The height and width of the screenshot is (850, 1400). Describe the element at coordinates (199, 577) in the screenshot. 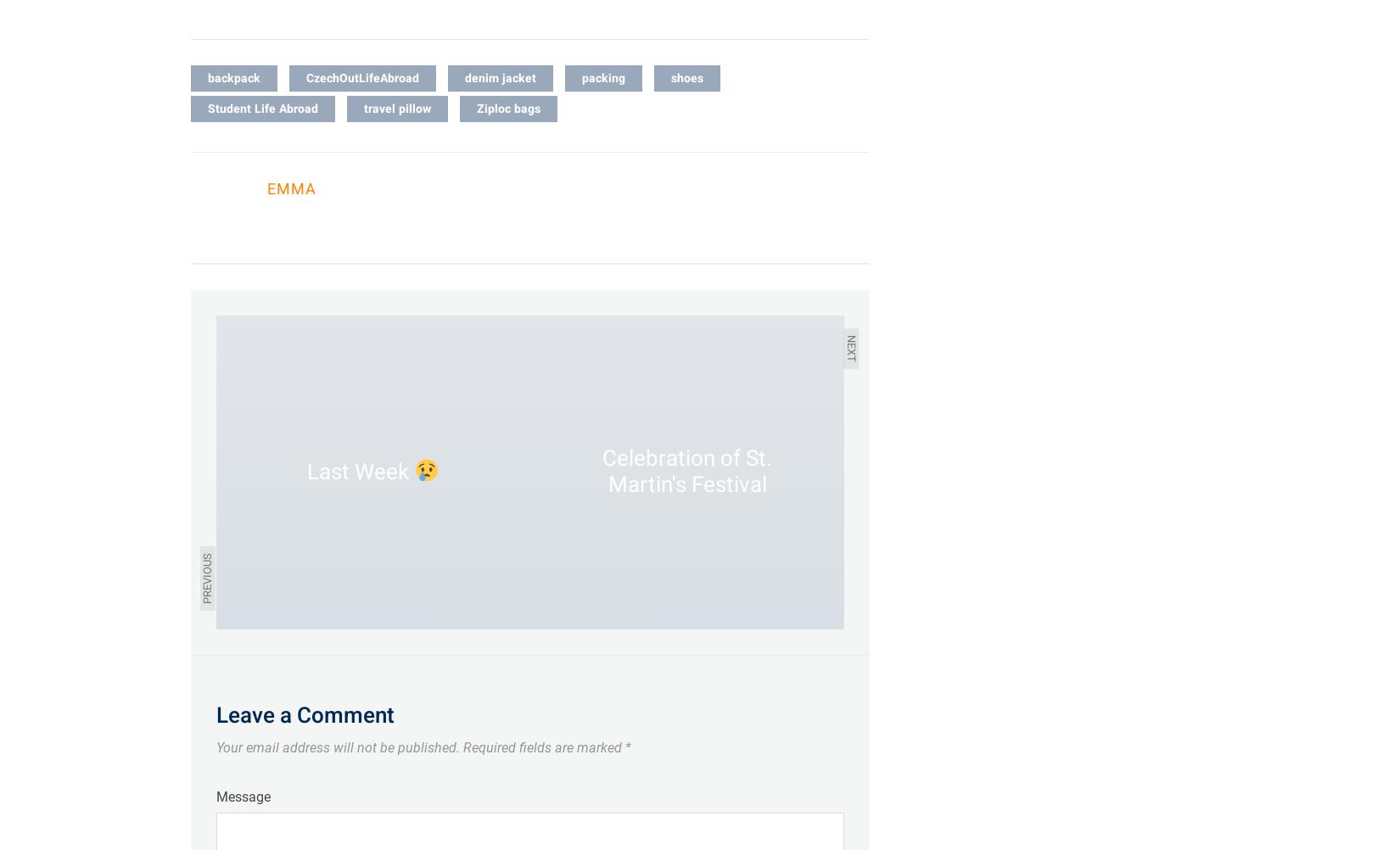

I see `'Previous'` at that location.